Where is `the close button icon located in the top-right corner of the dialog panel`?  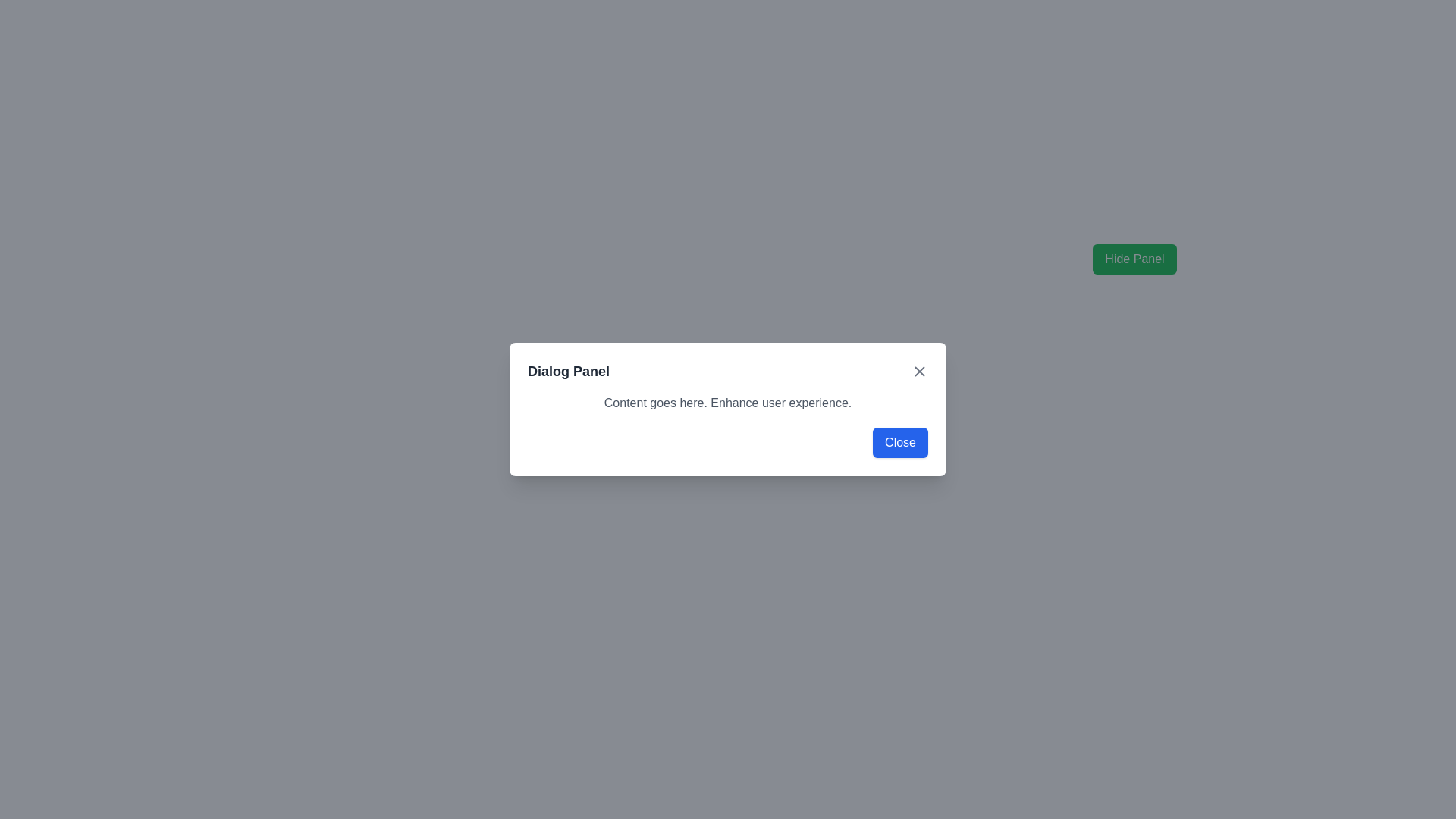
the close button icon located in the top-right corner of the dialog panel is located at coordinates (919, 371).